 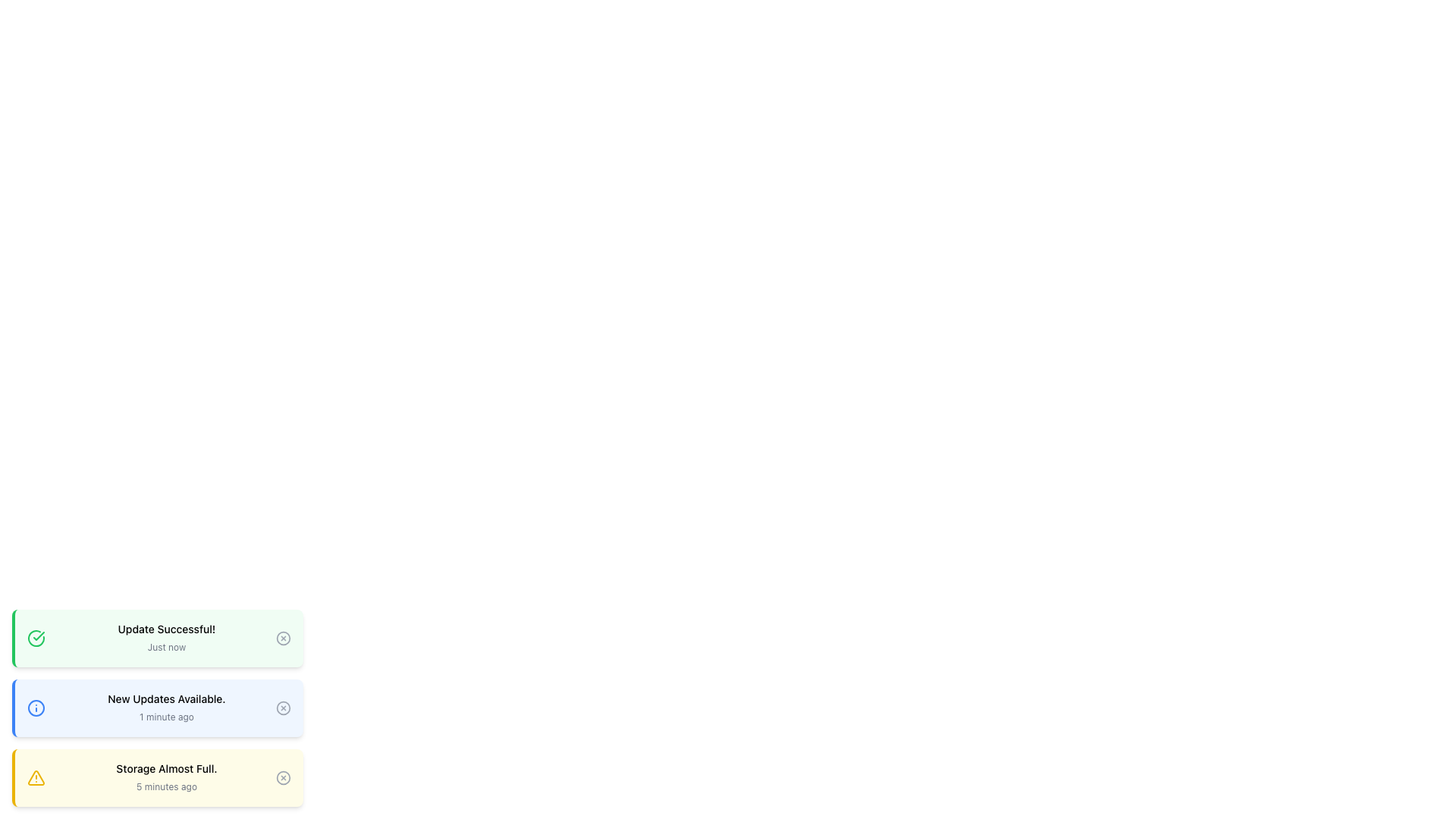 What do you see at coordinates (284, 638) in the screenshot?
I see `the close button located at the right end of the green notification card stating 'Update Successful!'` at bounding box center [284, 638].